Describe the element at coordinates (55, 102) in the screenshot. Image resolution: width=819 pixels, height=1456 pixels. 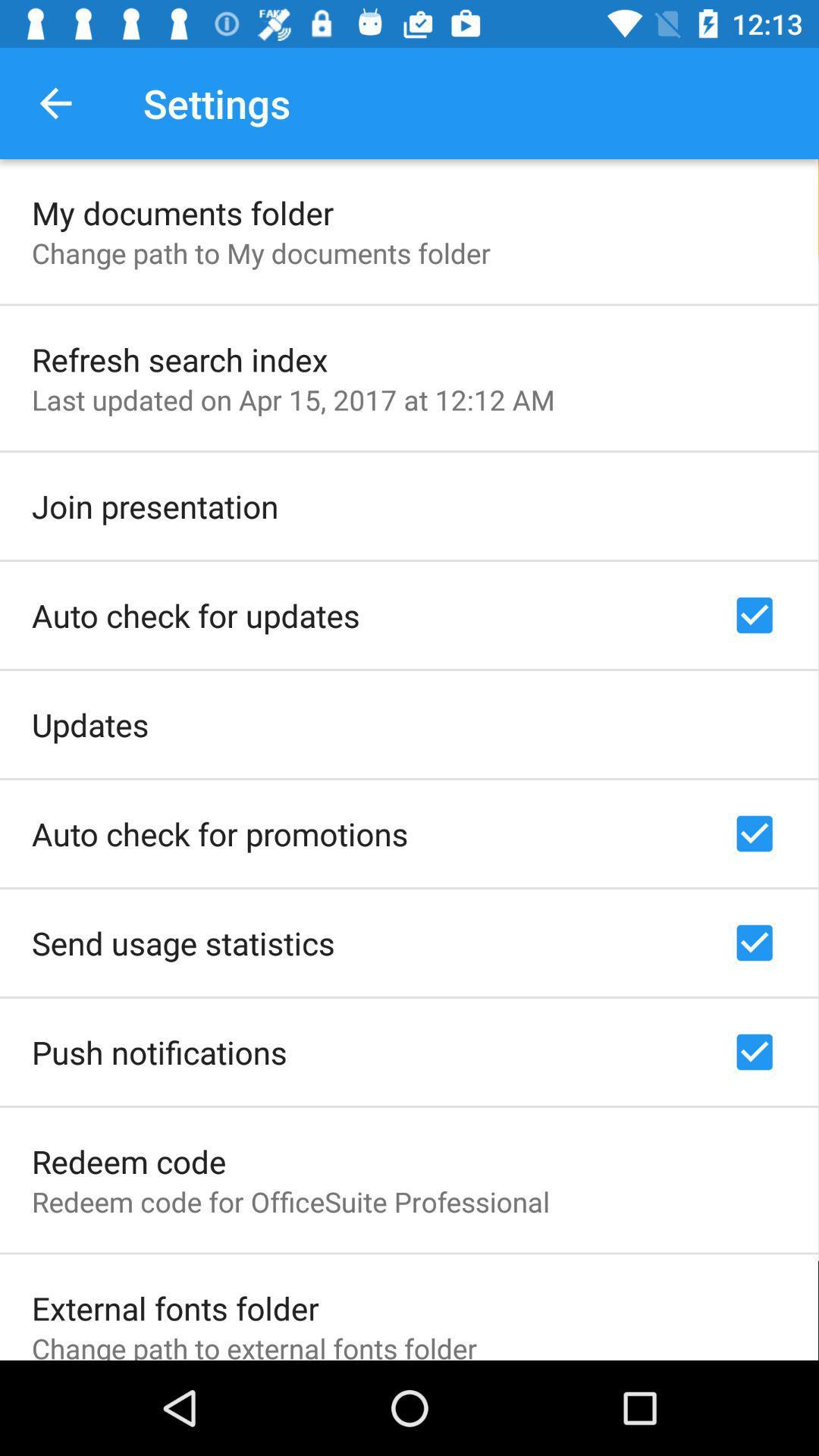
I see `app next to the settings item` at that location.